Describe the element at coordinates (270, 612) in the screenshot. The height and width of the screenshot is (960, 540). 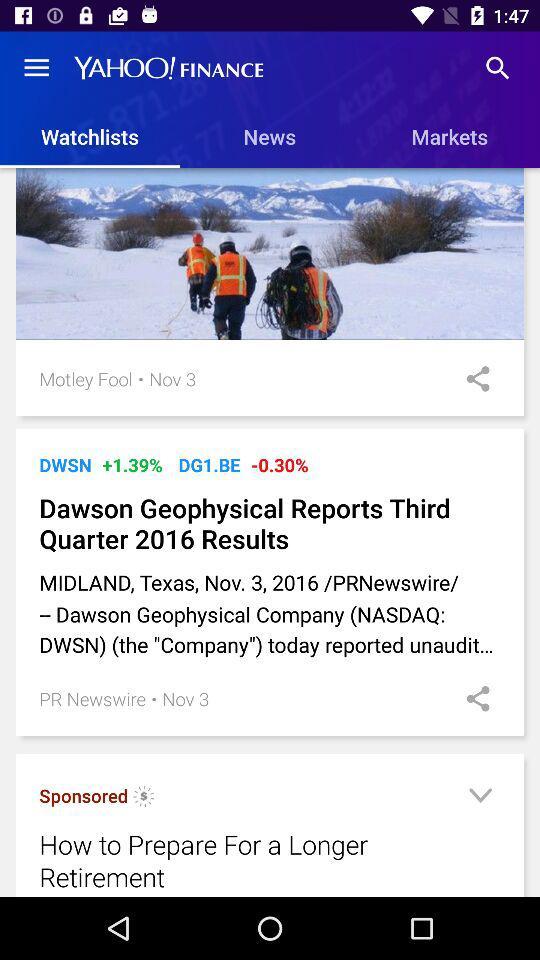
I see `icon below the dawson geophysical reports item` at that location.